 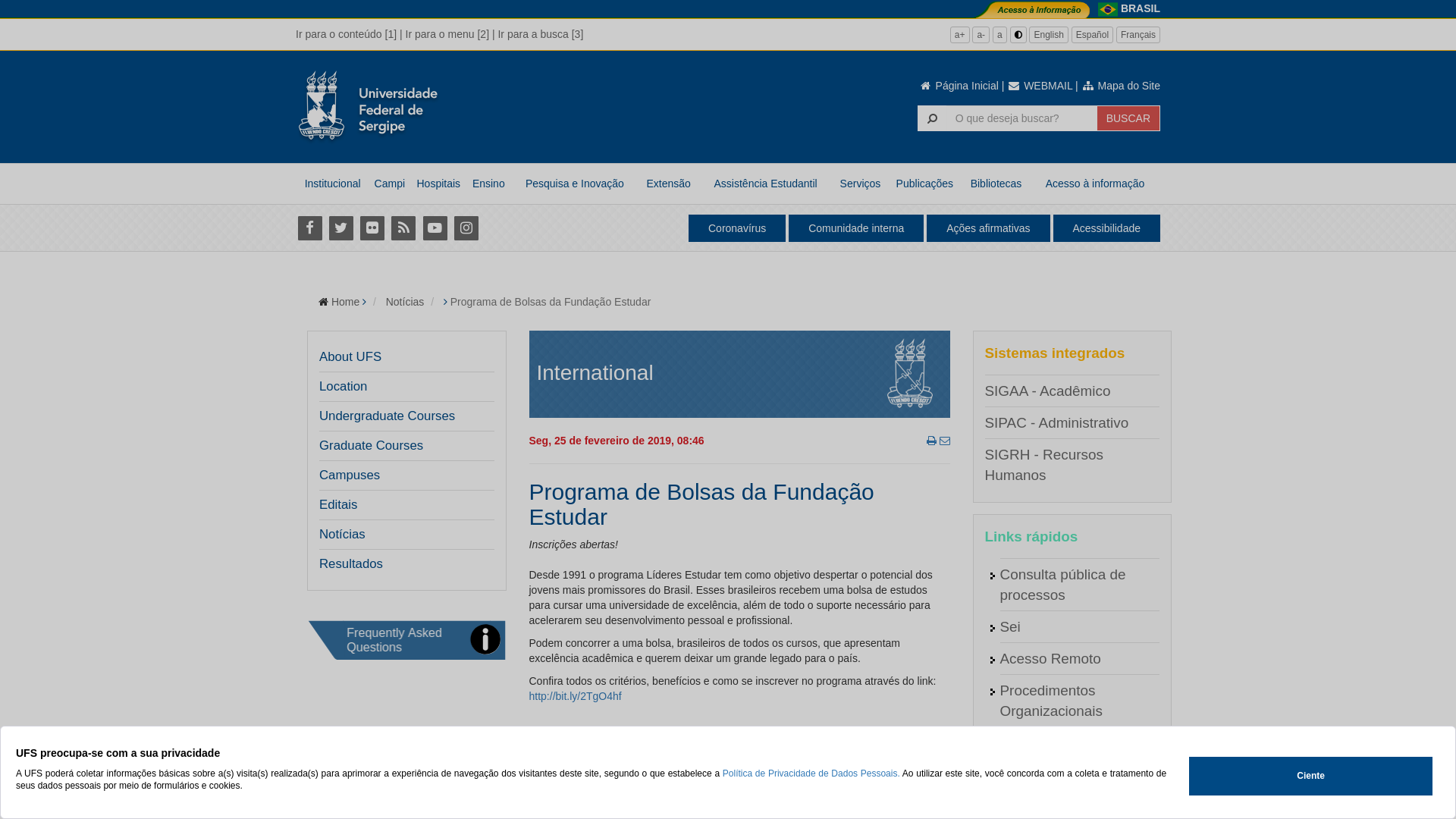 What do you see at coordinates (371, 444) in the screenshot?
I see `'Graduate Courses'` at bounding box center [371, 444].